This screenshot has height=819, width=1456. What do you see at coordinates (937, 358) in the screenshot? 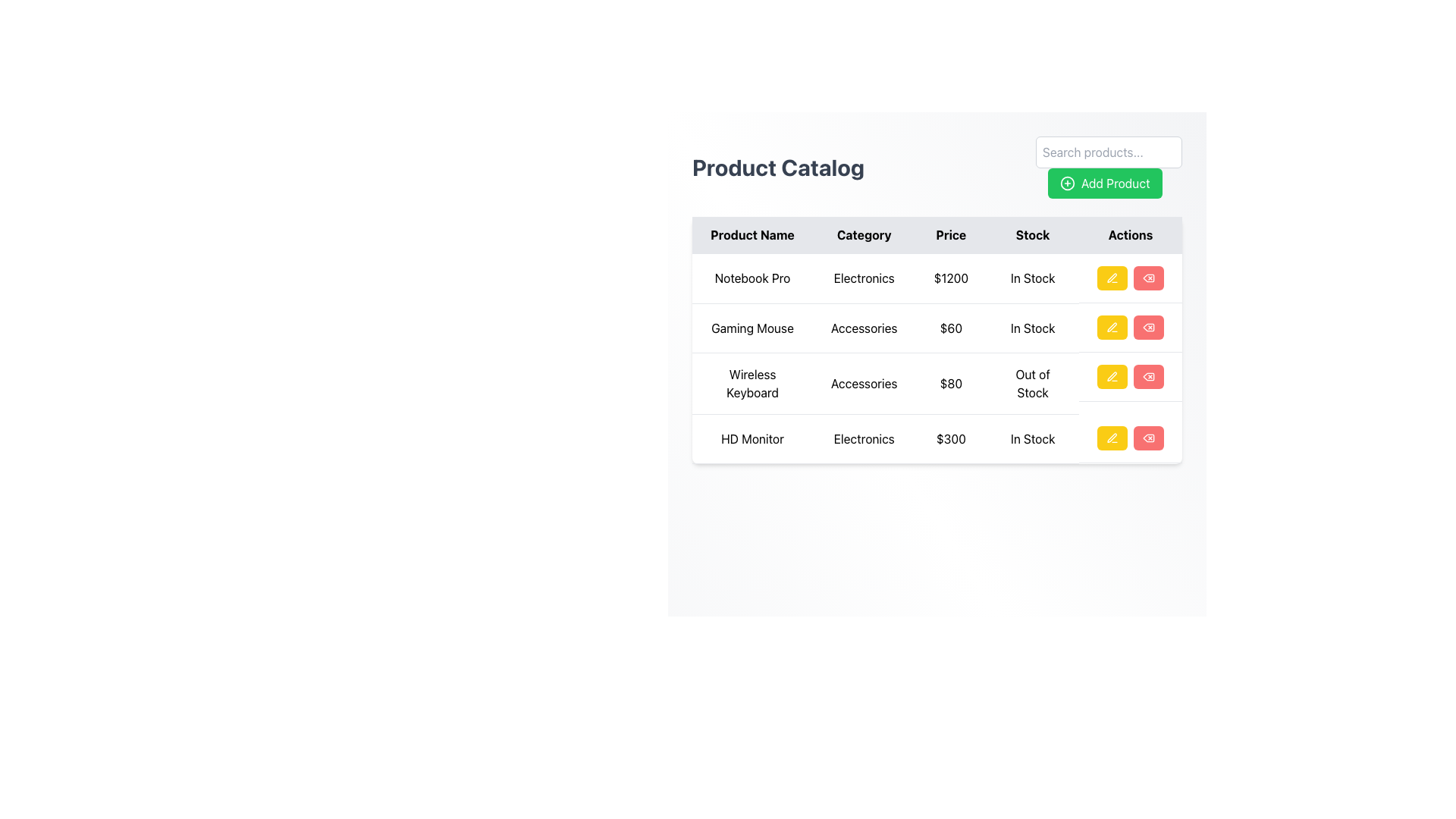
I see `the third row in the product listing table that displays details for 'Wireless Keyboard'` at bounding box center [937, 358].